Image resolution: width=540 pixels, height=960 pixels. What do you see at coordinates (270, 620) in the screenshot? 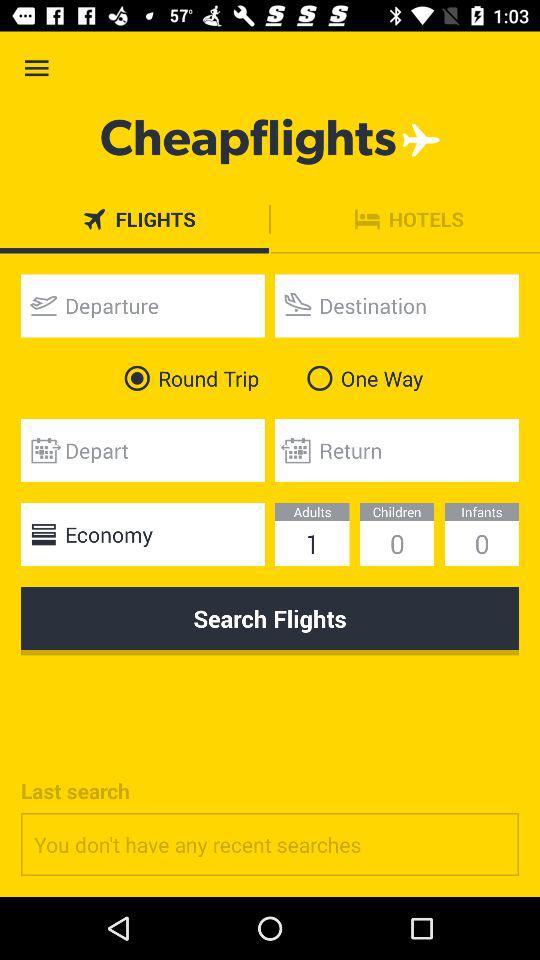
I see `the search flights` at bounding box center [270, 620].